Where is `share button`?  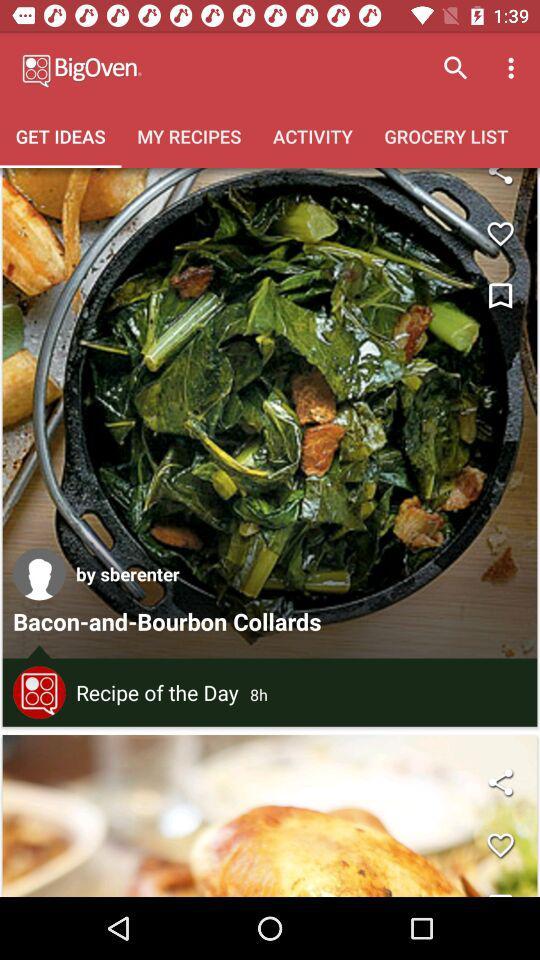
share button is located at coordinates (499, 782).